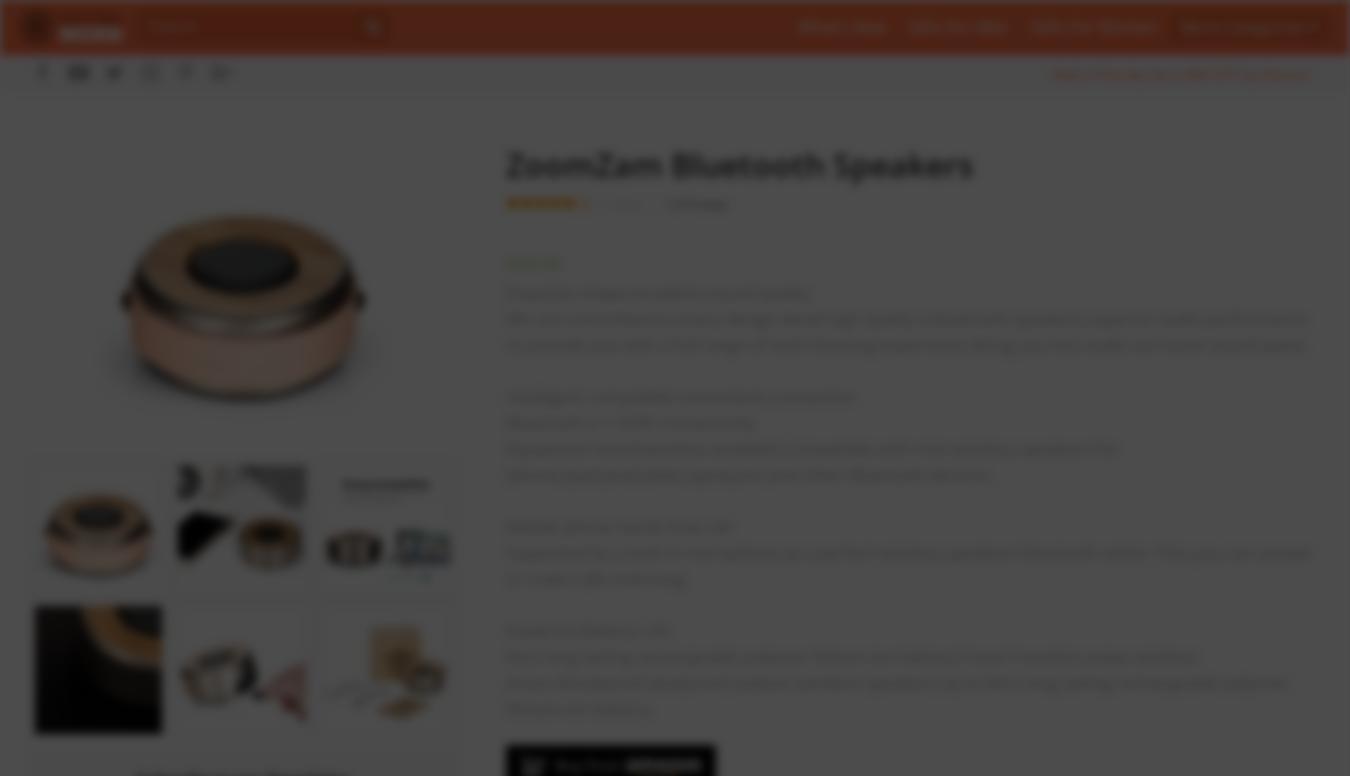 The height and width of the screenshot is (776, 1350). Describe the element at coordinates (504, 262) in the screenshot. I see `'$'` at that location.